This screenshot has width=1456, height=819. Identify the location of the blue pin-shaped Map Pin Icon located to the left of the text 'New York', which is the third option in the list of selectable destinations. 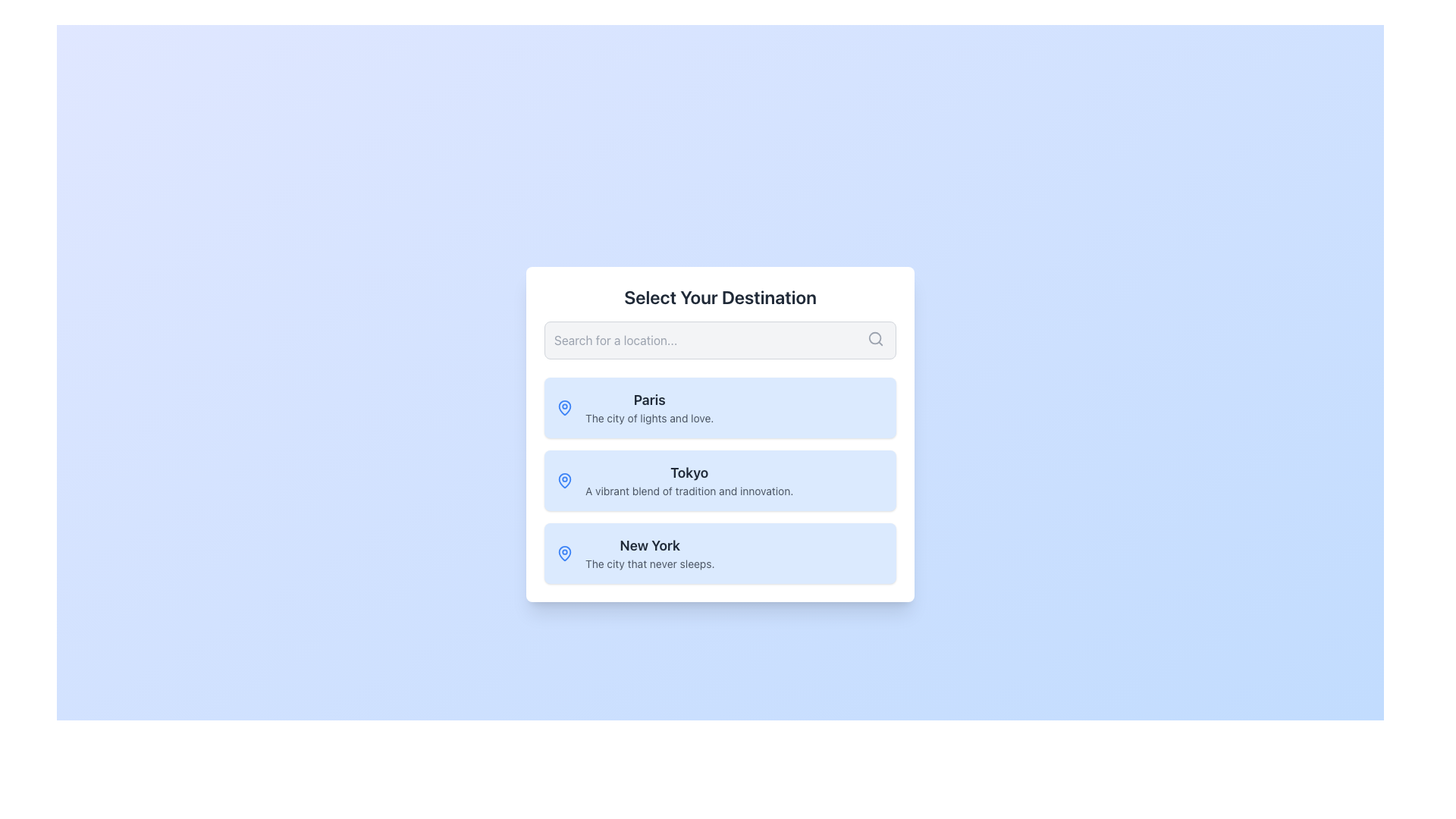
(563, 553).